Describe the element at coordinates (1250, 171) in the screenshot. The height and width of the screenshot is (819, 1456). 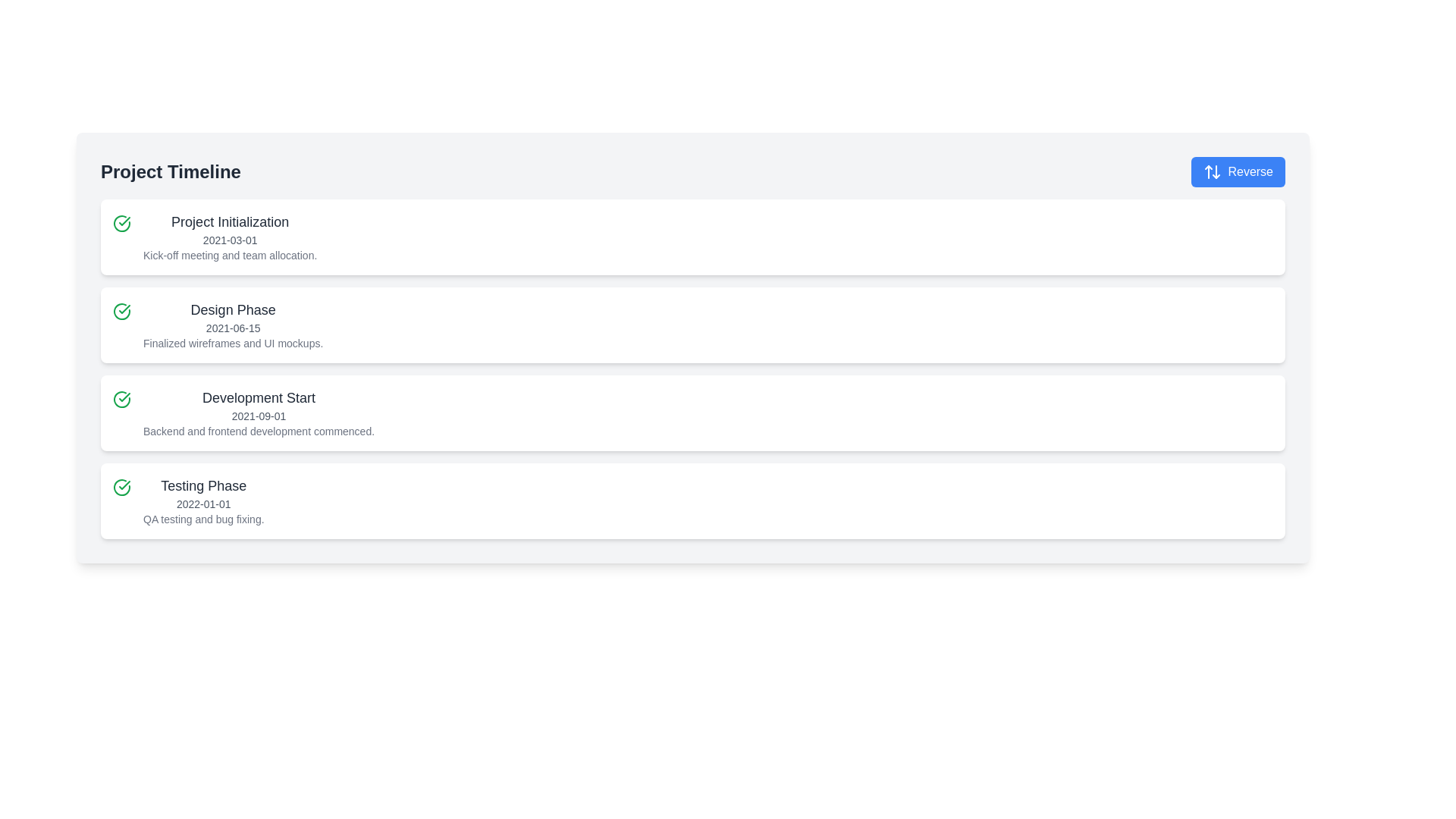
I see `the 'Reverse' button located in the top-right corner of the interface` at that location.